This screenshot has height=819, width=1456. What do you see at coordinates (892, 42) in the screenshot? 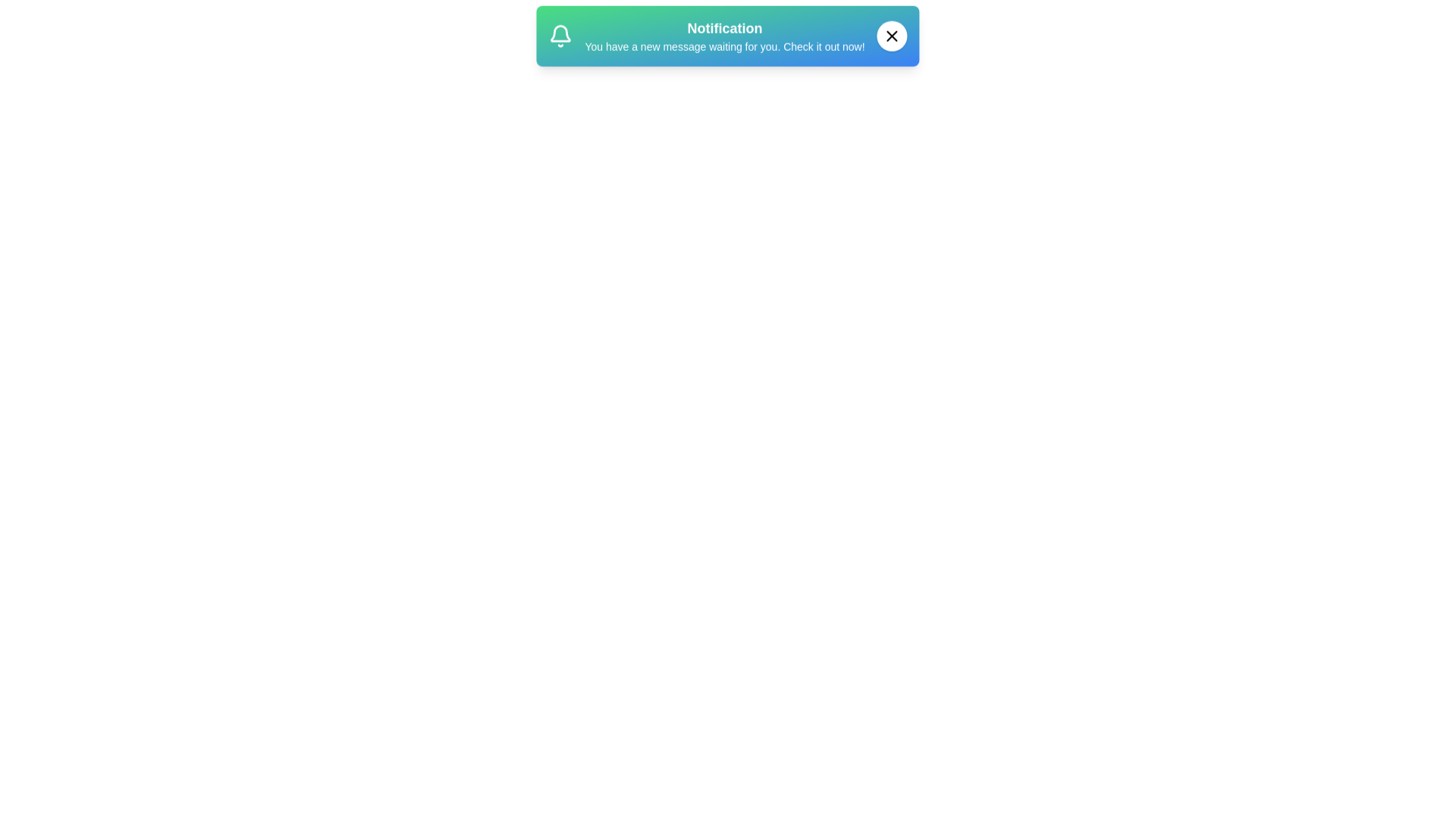
I see `the close button to dismiss the snackbar` at bounding box center [892, 42].